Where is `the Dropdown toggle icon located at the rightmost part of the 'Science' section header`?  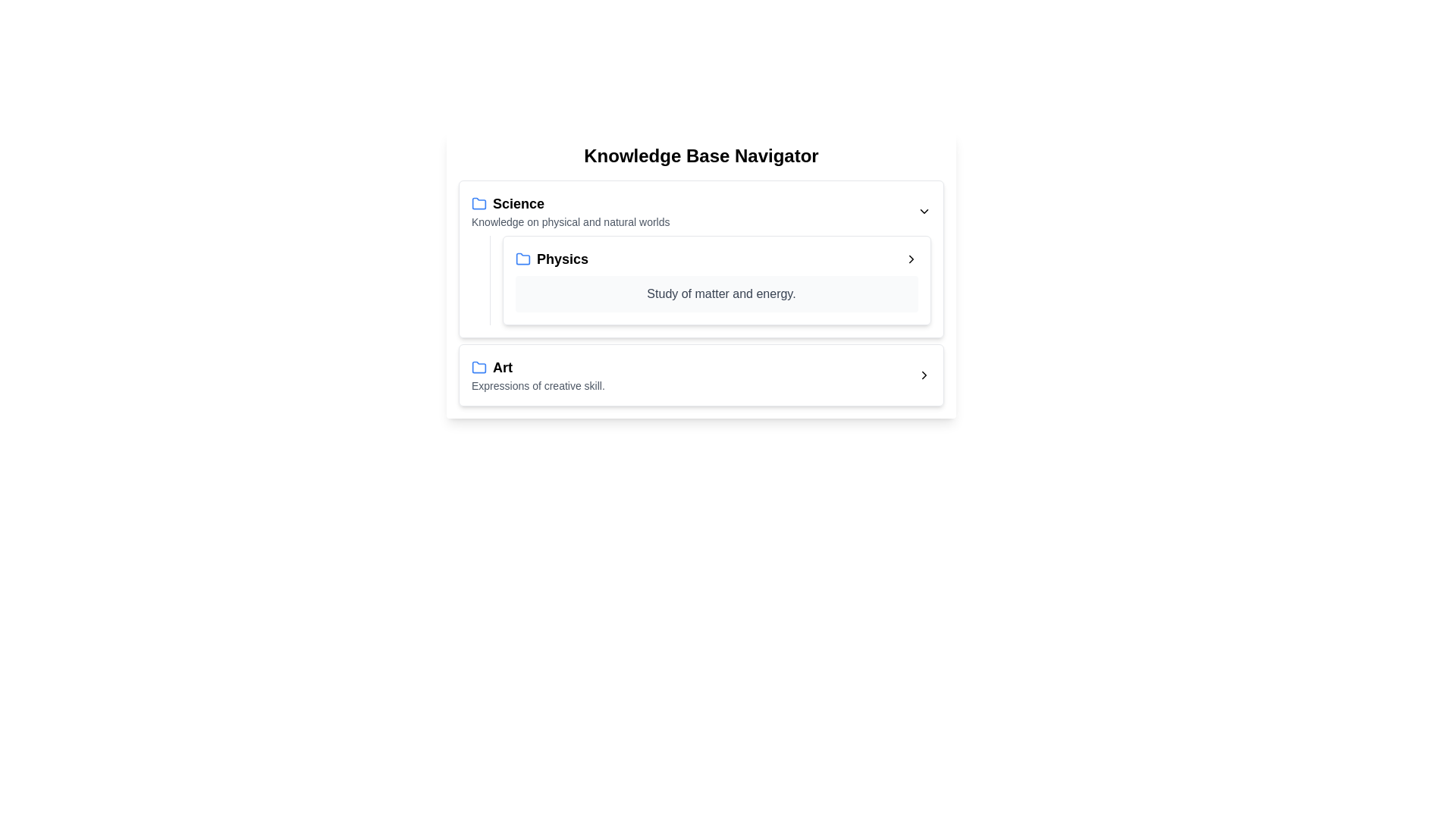 the Dropdown toggle icon located at the rightmost part of the 'Science' section header is located at coordinates (924, 211).